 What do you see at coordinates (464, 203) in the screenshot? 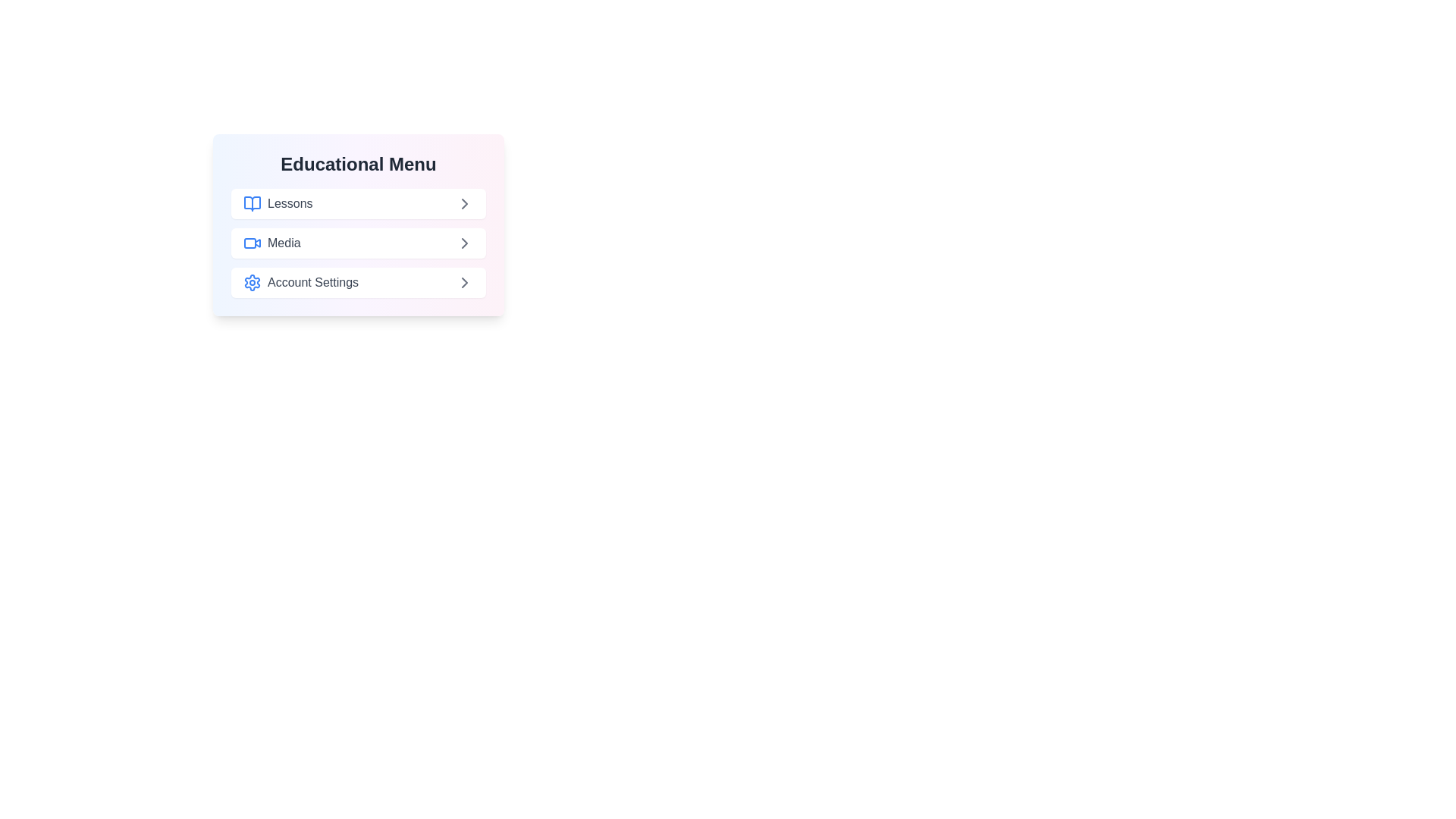
I see `the chevron icon within the 'Lessons' menu option in the 'Educational Menu'` at bounding box center [464, 203].